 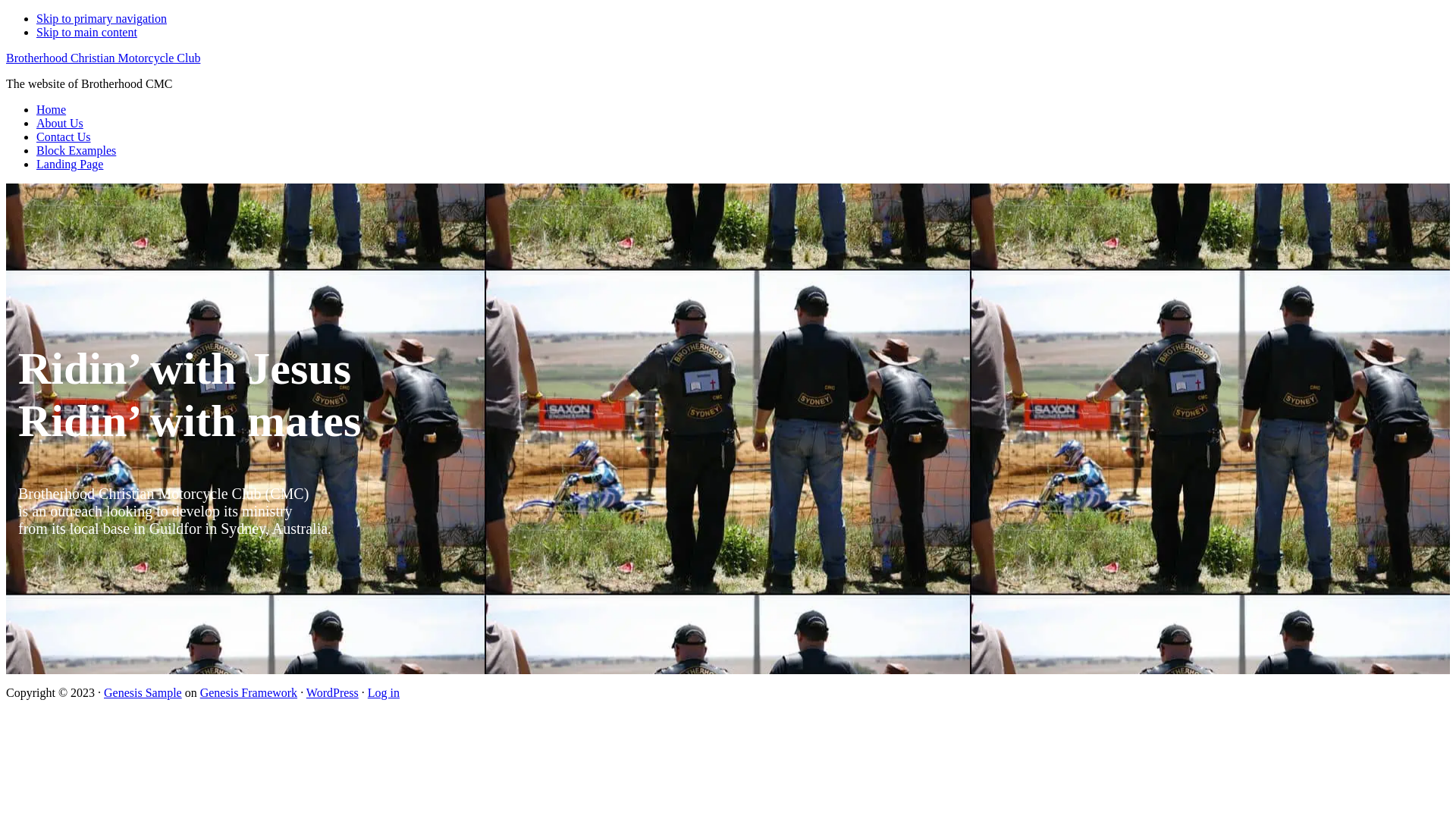 What do you see at coordinates (383, 692) in the screenshot?
I see `'Log in'` at bounding box center [383, 692].